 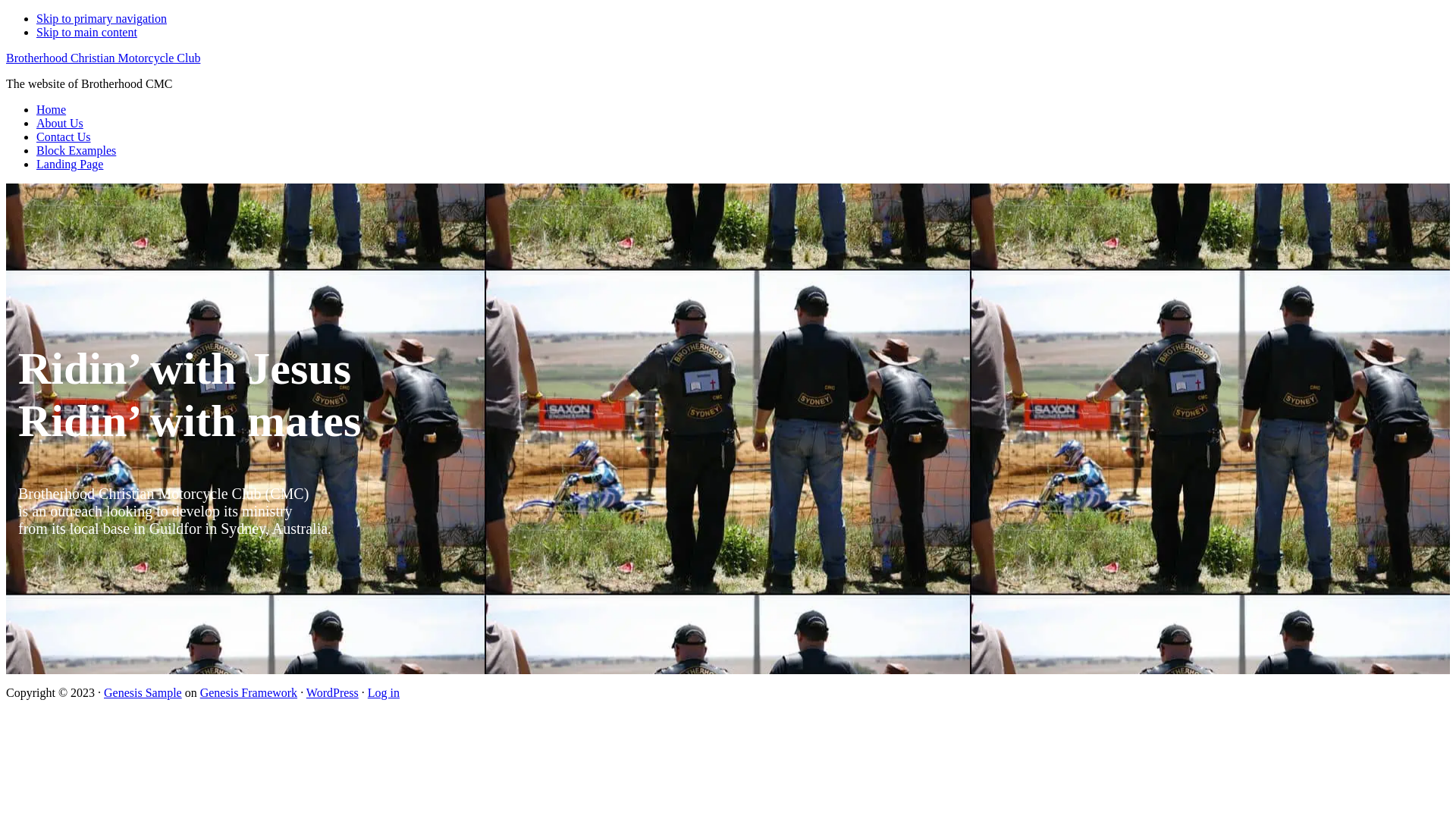 What do you see at coordinates (383, 692) in the screenshot?
I see `'Log in'` at bounding box center [383, 692].